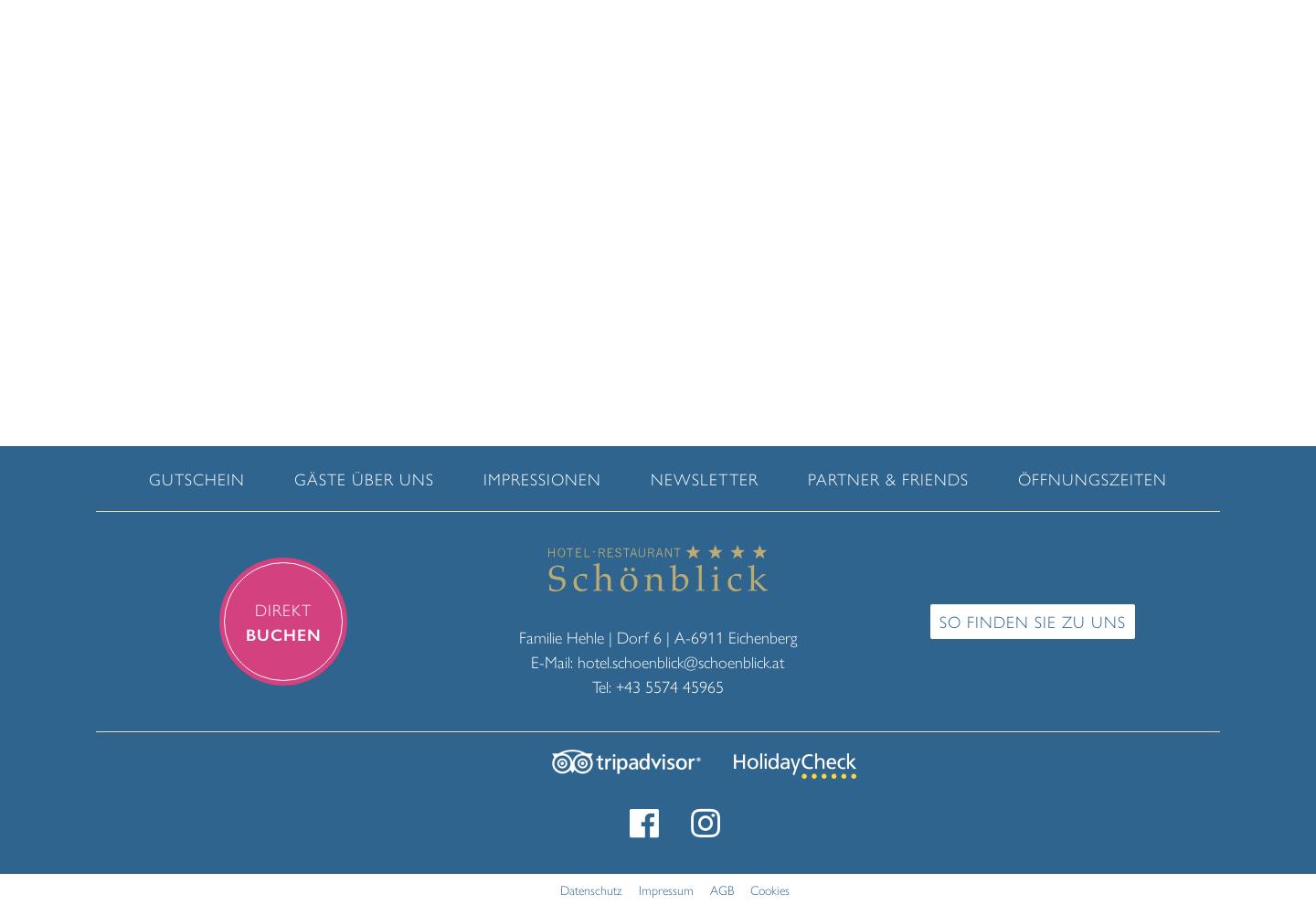  I want to click on 'Datenschutz', so click(558, 888).